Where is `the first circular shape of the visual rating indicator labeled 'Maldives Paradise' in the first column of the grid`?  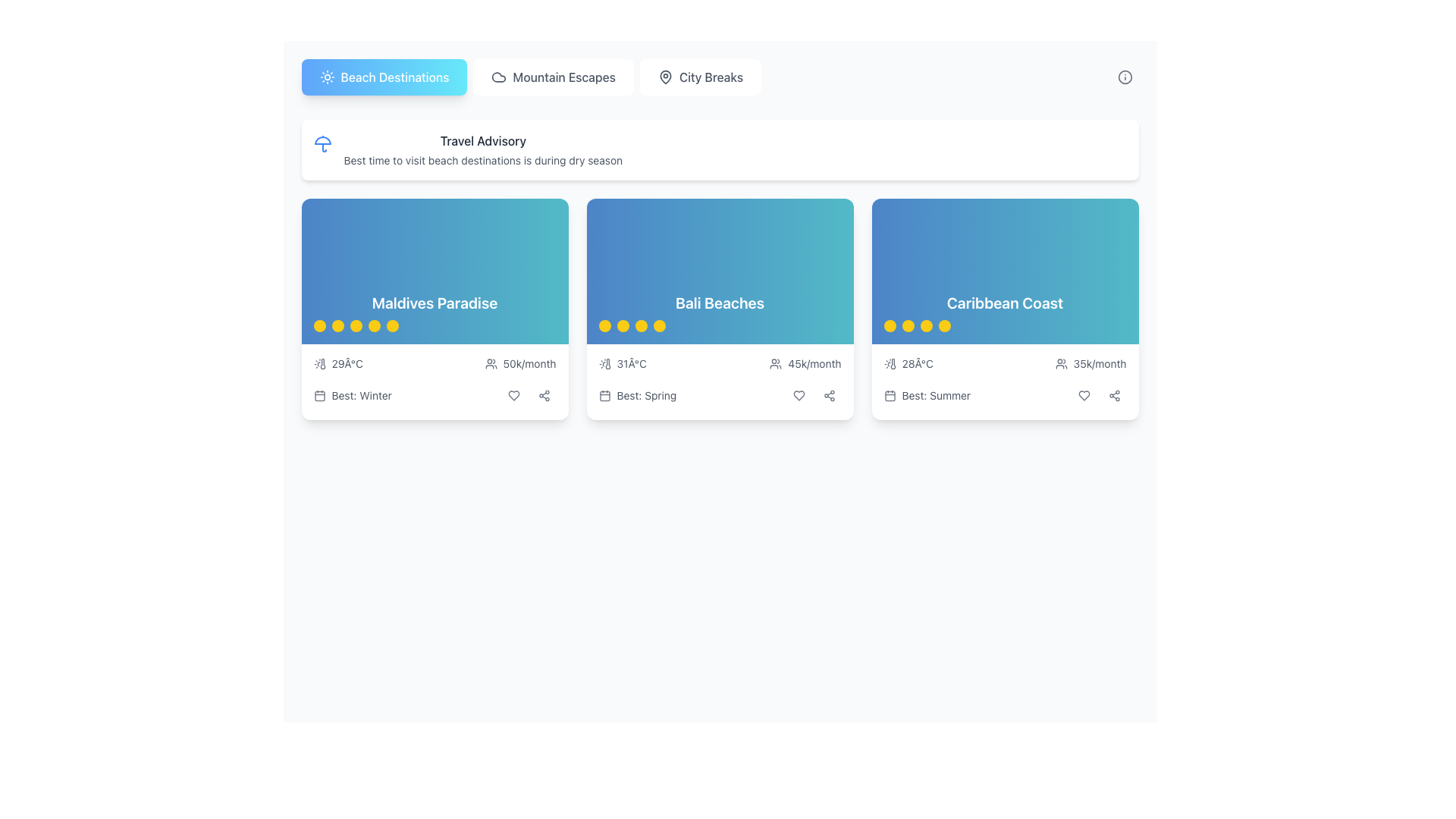 the first circular shape of the visual rating indicator labeled 'Maldives Paradise' in the first column of the grid is located at coordinates (318, 325).